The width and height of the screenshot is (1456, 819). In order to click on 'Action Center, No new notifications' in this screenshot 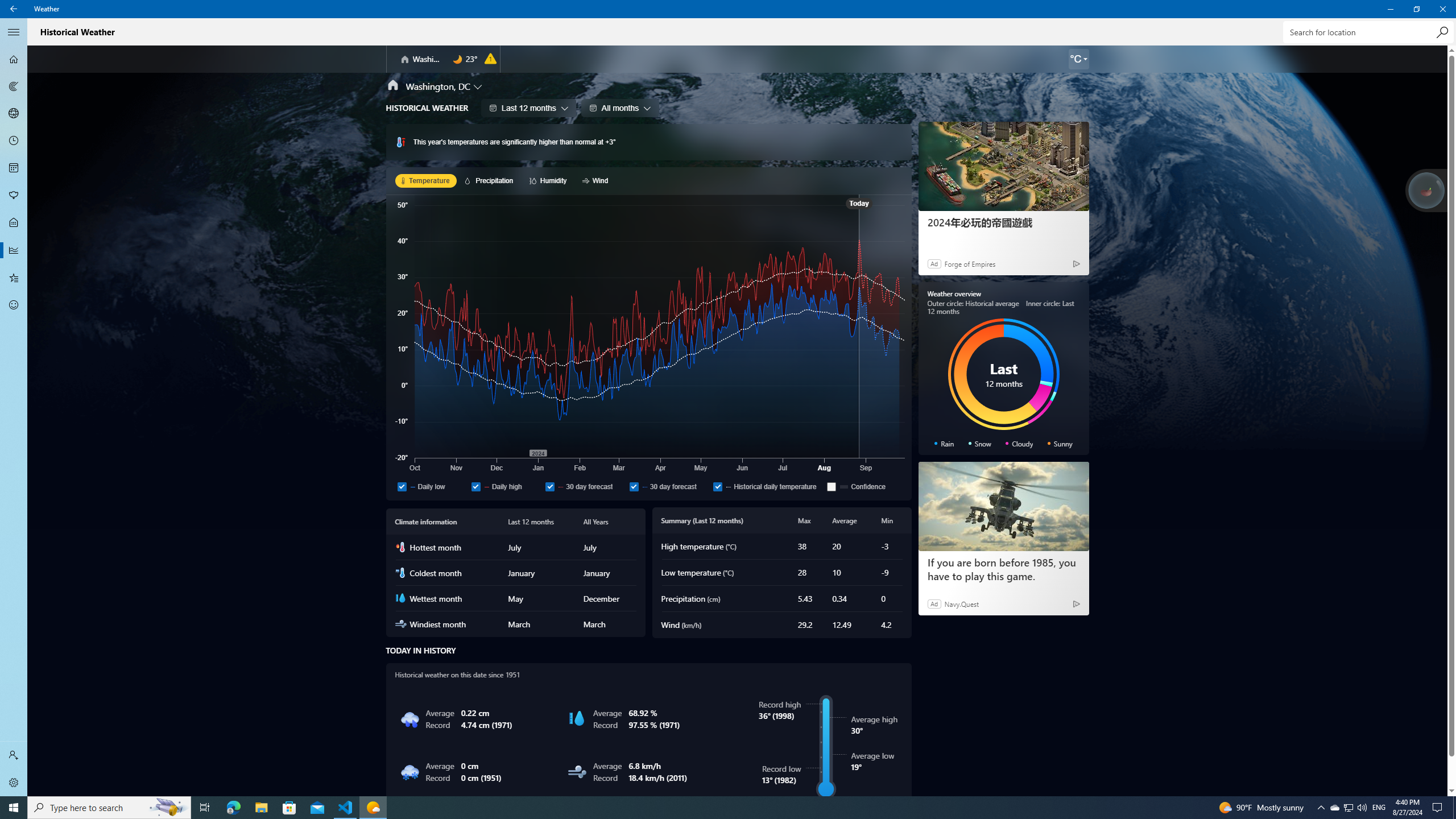, I will do `click(1439, 806)`.